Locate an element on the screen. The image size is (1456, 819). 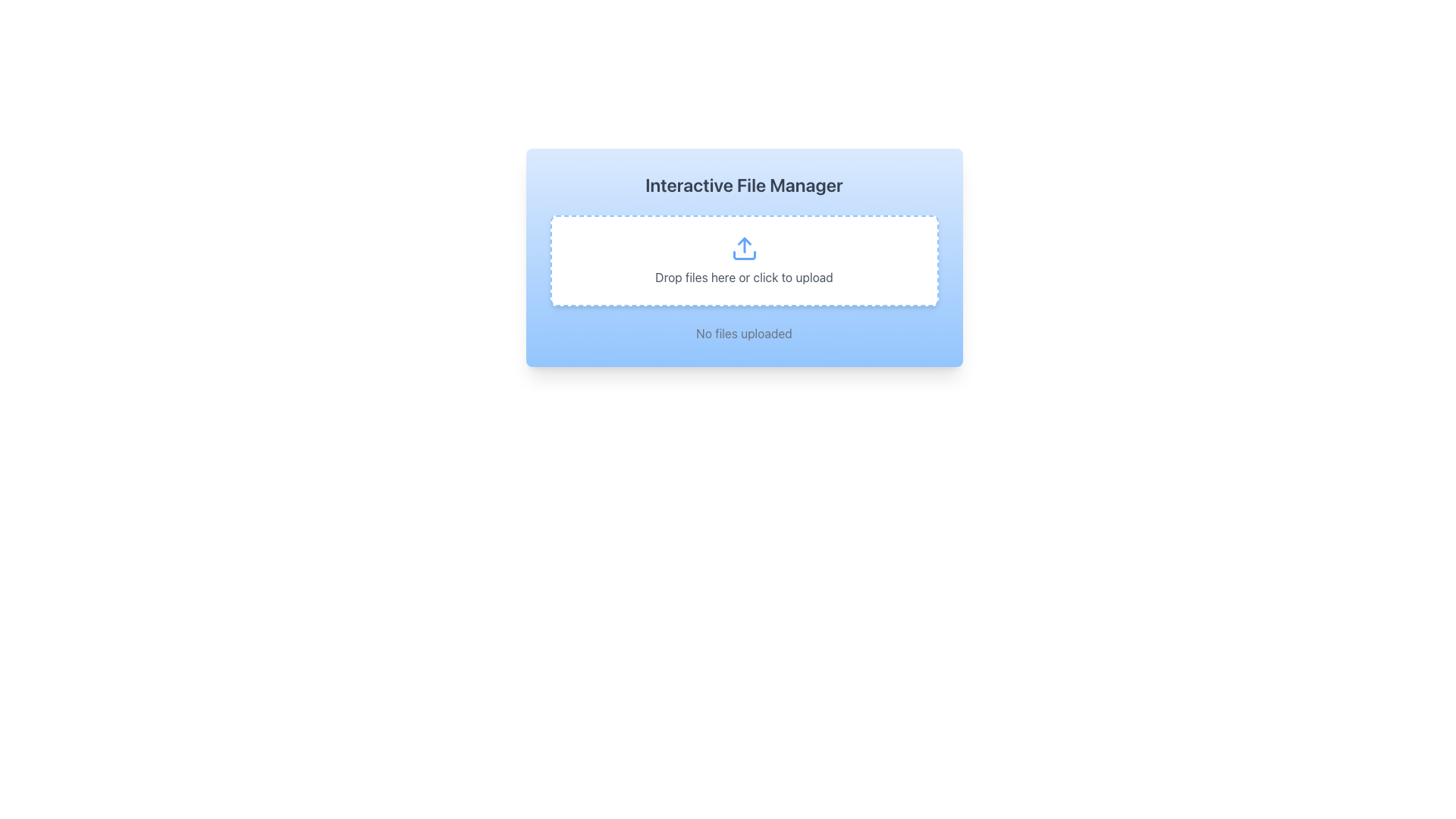
the rectangular shape at the base of the upward-pointing arrow icon in the file upload section, which is visually centered above the text 'Drop files here or click to upload' is located at coordinates (744, 254).